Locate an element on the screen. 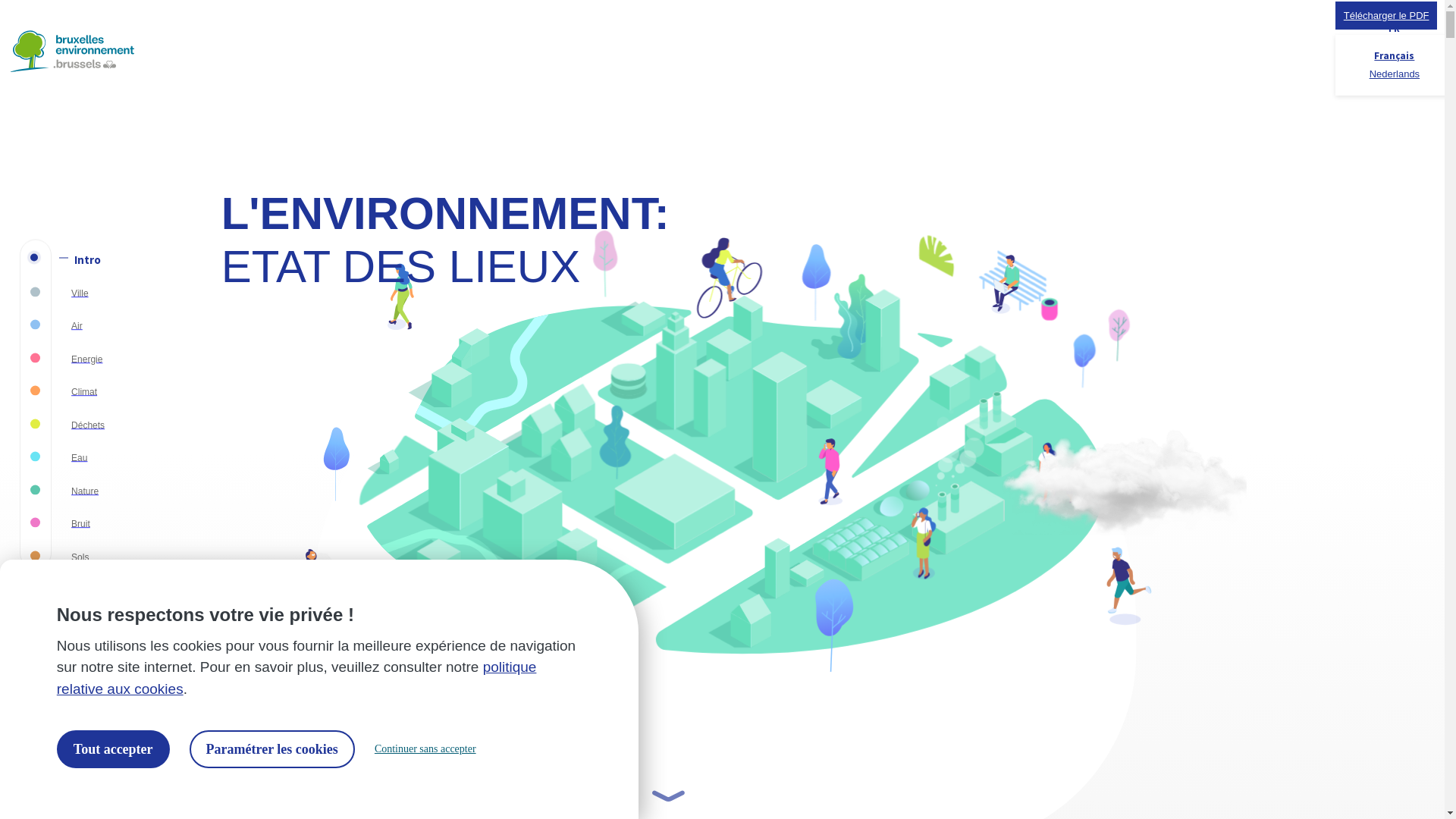 The image size is (1456, 819). 'Energie' is located at coordinates (30, 359).